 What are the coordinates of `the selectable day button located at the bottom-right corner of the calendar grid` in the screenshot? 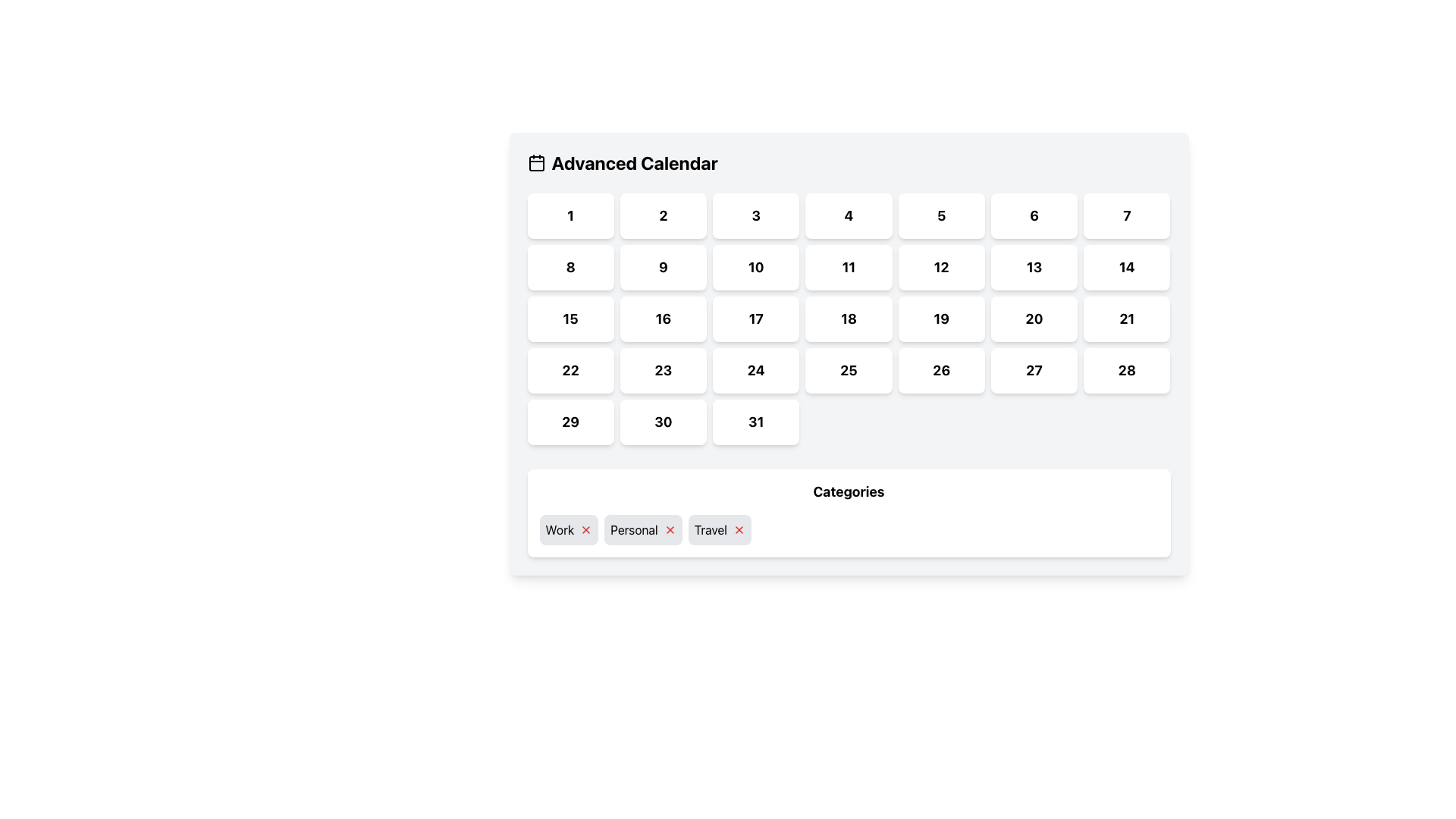 It's located at (756, 422).